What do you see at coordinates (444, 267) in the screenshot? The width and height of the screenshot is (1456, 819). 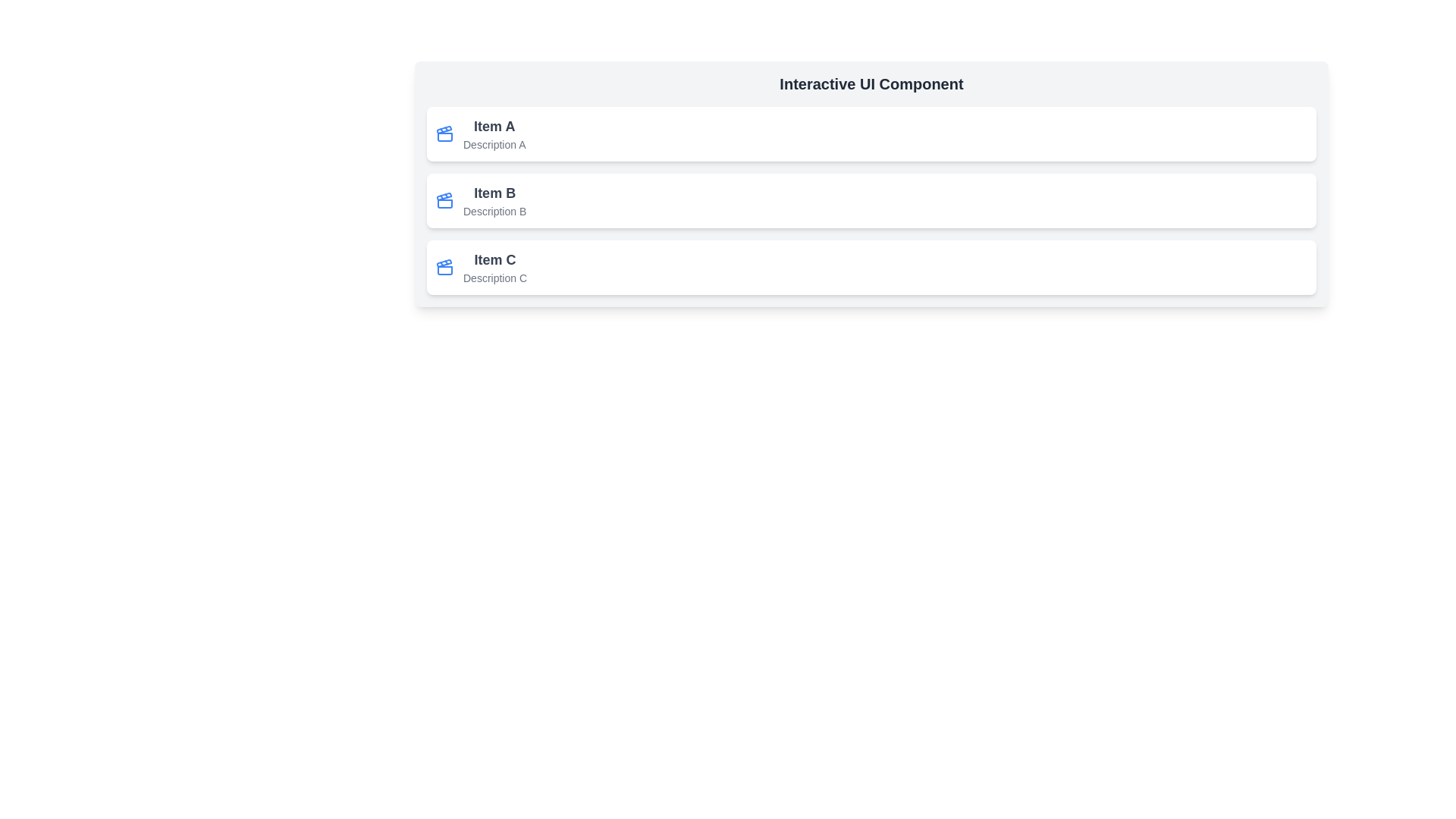 I see `the clapperboard icon located to the left of the text 'Item C' in the row titled 'Item C Description C'` at bounding box center [444, 267].